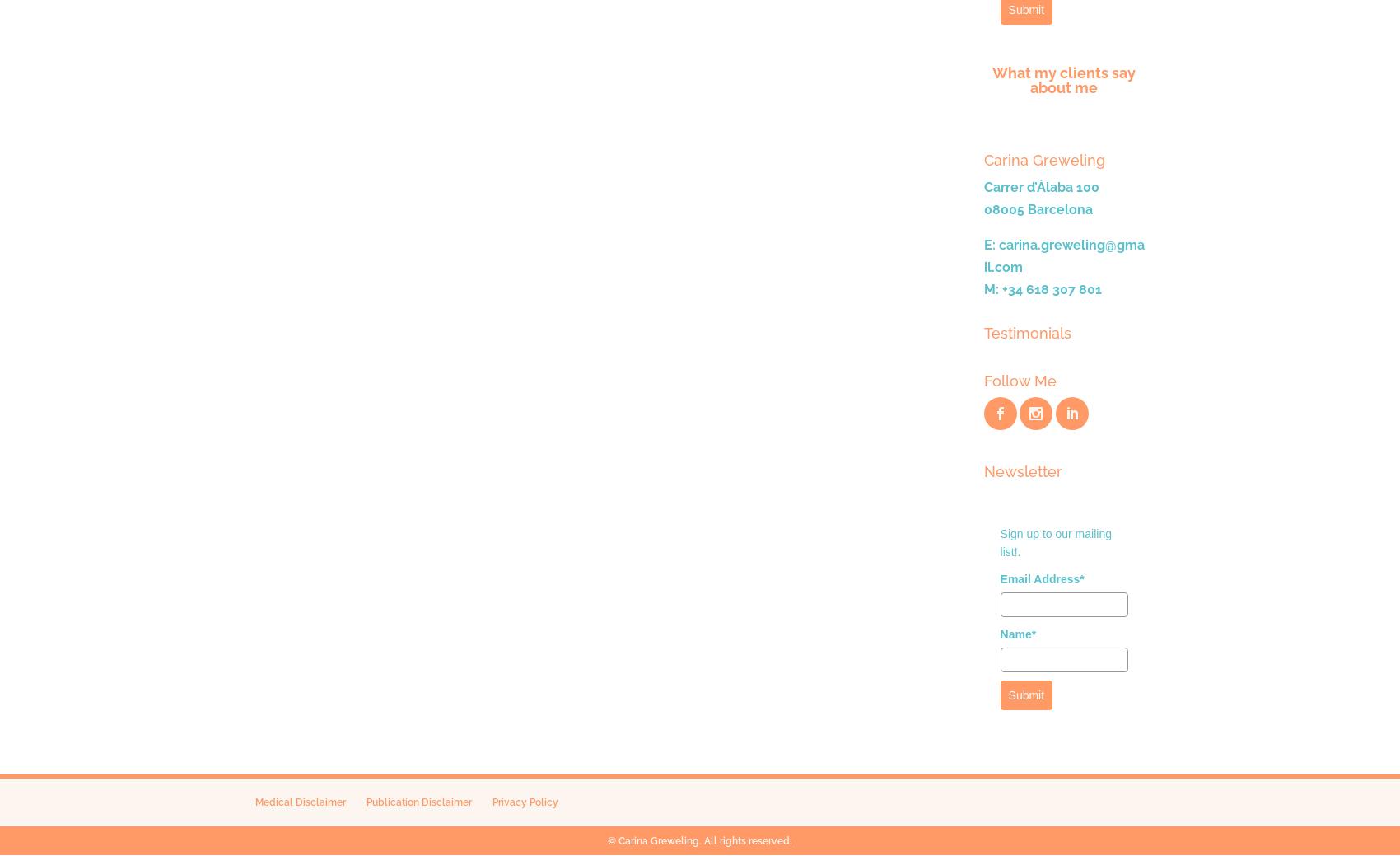  I want to click on 'Newsletter', so click(1021, 470).